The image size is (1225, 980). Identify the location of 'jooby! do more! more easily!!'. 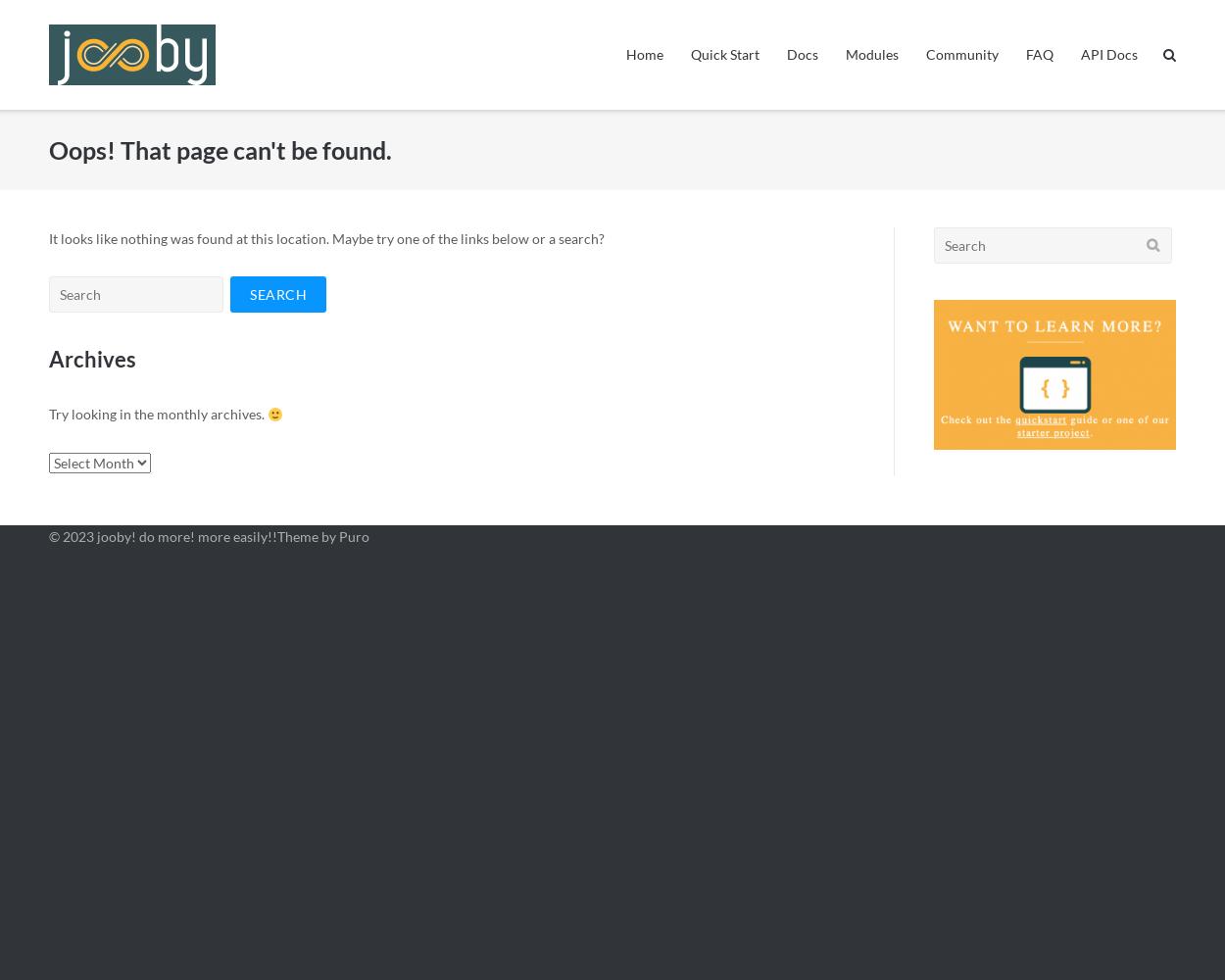
(185, 536).